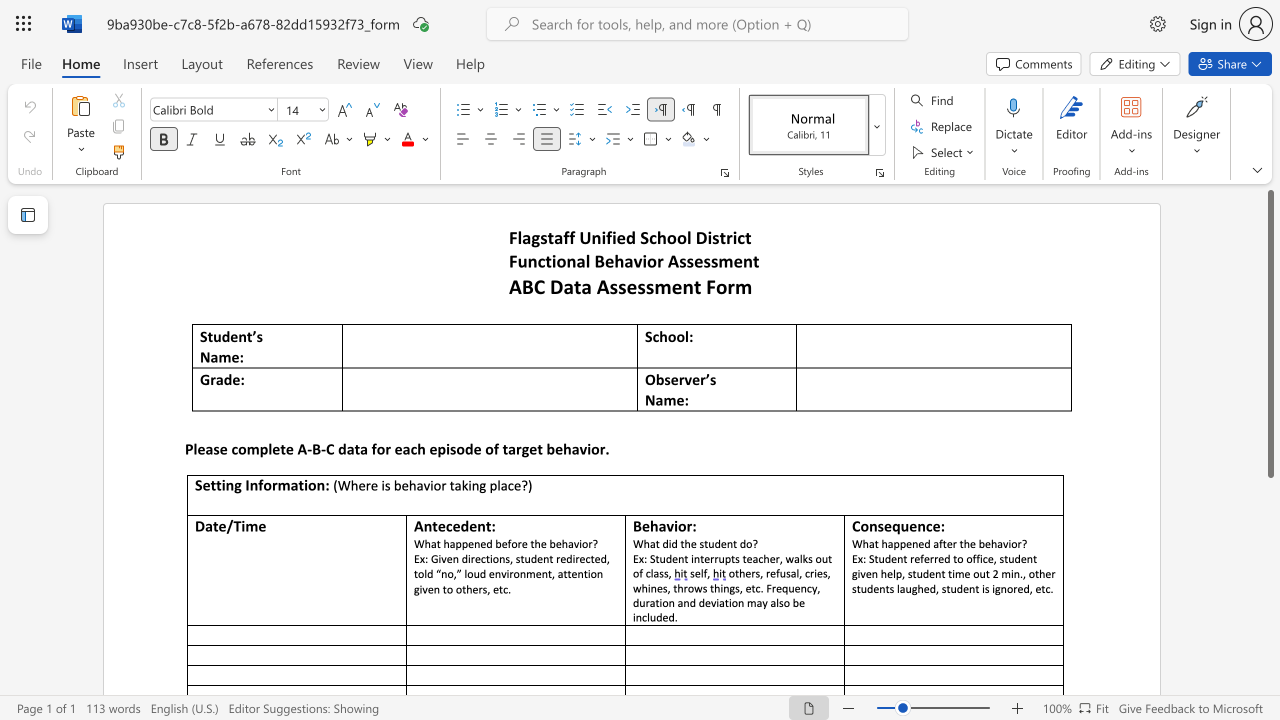 The image size is (1280, 720). I want to click on the 2th character "a" in the text, so click(627, 260).